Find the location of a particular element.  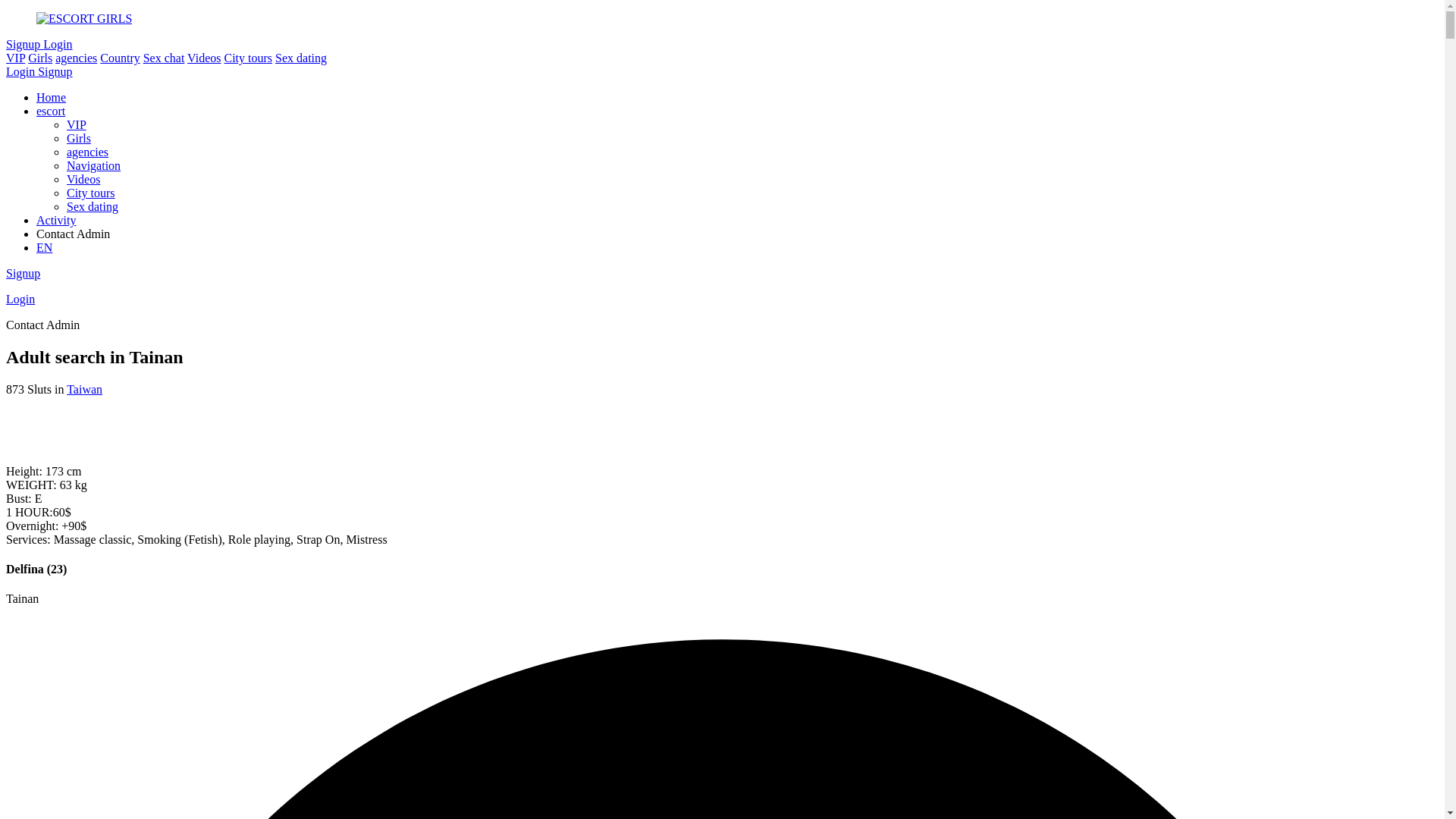

'VIP' is located at coordinates (75, 124).